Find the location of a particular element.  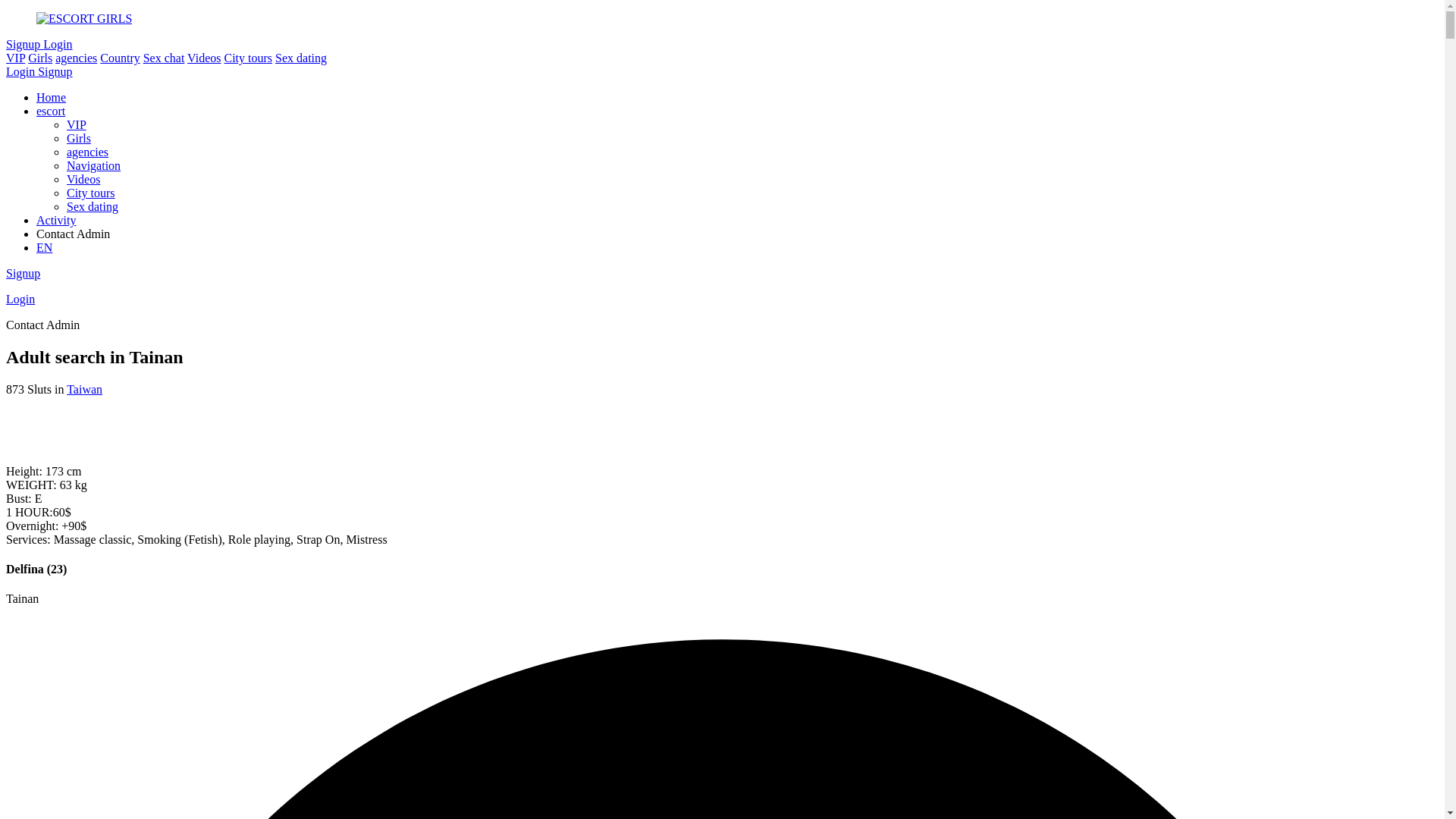

'VIP' is located at coordinates (75, 124).